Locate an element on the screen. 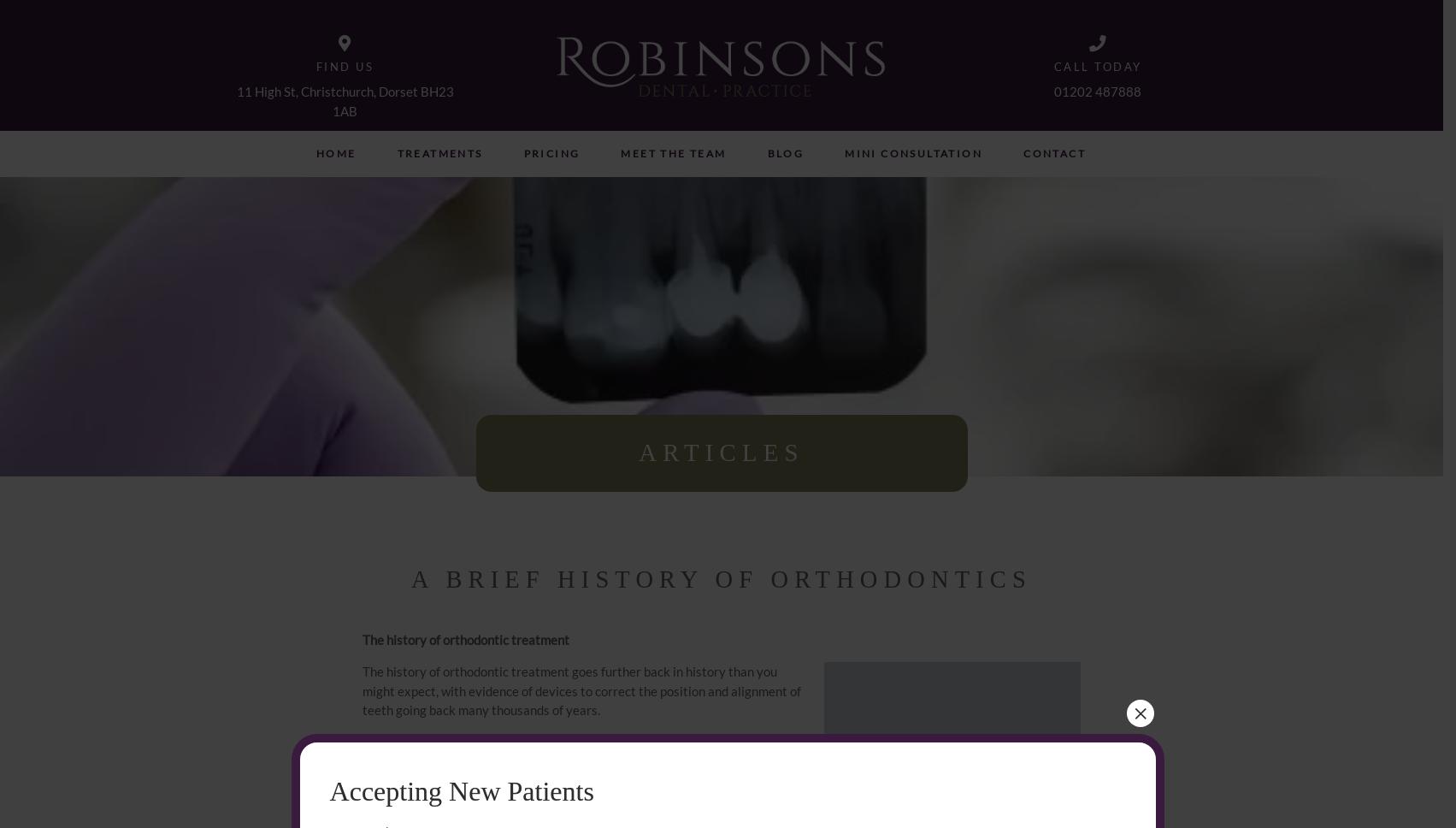 The image size is (1456, 828). 'Blog' is located at coordinates (765, 153).